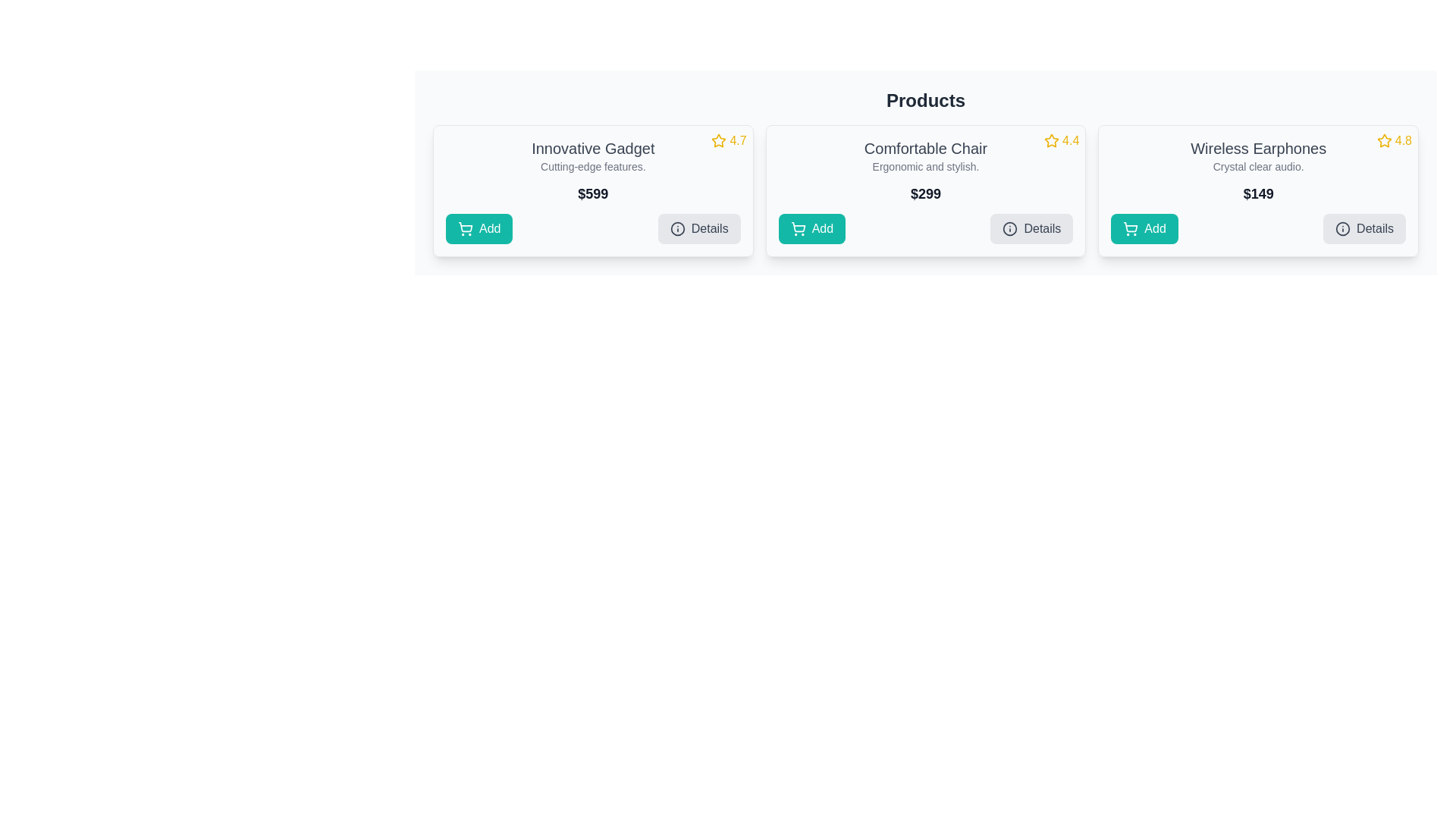  I want to click on static text element displaying the price '$599' located centrally in the 'Innovative Gadget' product card, positioned beneath the product title and description, so click(592, 193).